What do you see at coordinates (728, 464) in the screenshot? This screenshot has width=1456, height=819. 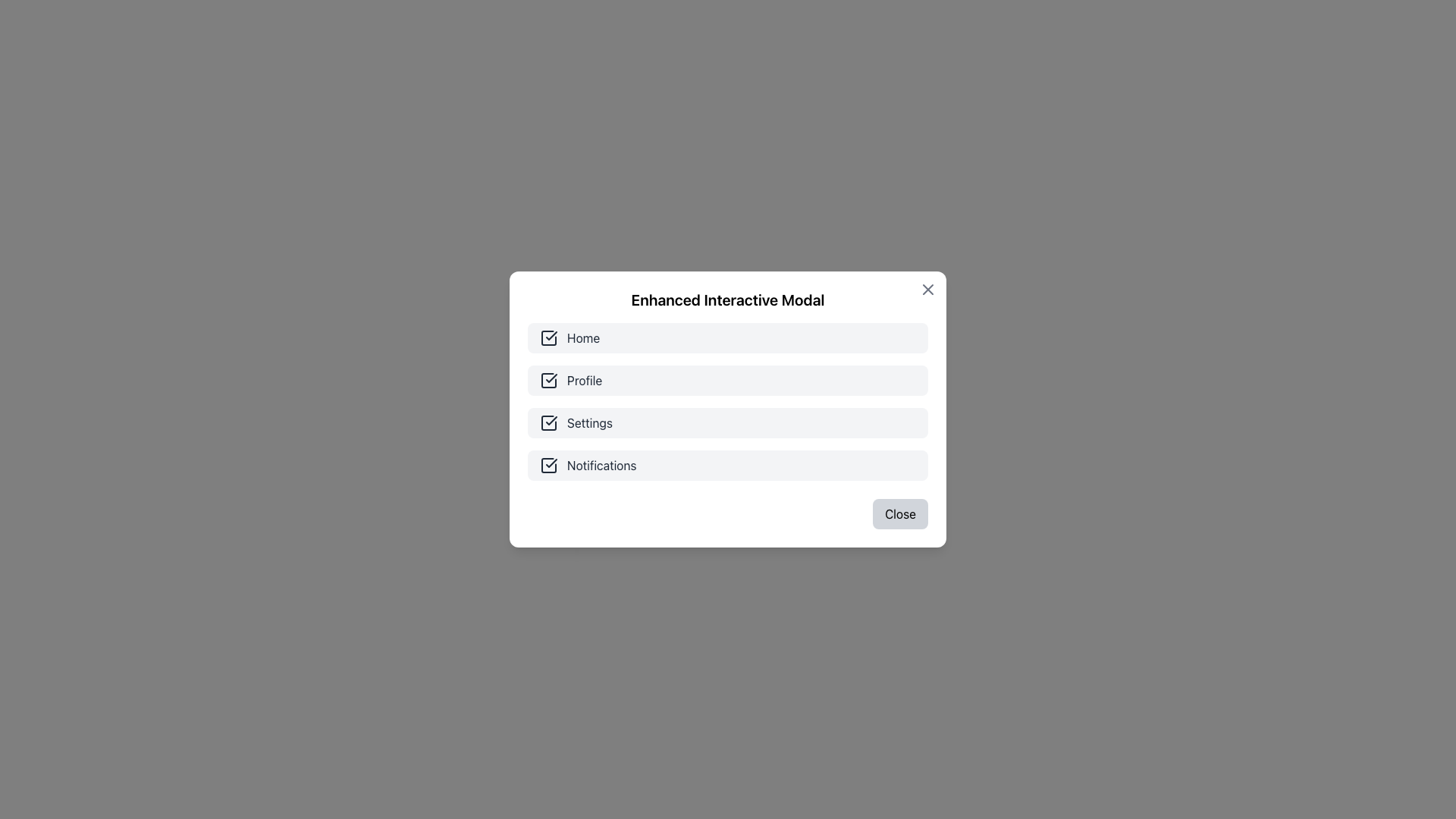 I see `the 'Notifications' button located below the 'Settings' option and activate it using the keyboard` at bounding box center [728, 464].